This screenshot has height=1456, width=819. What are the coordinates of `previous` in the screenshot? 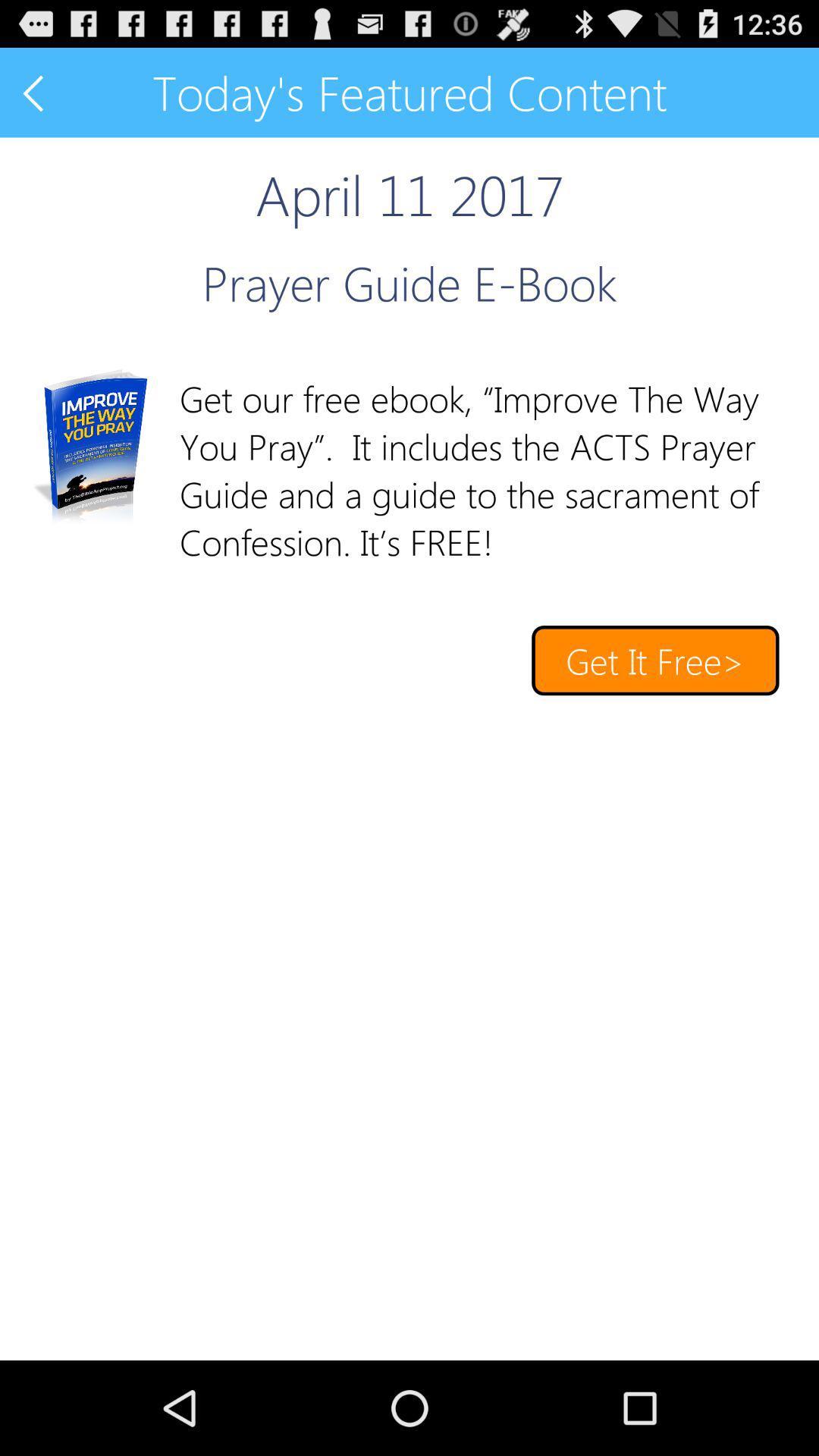 It's located at (34, 92).